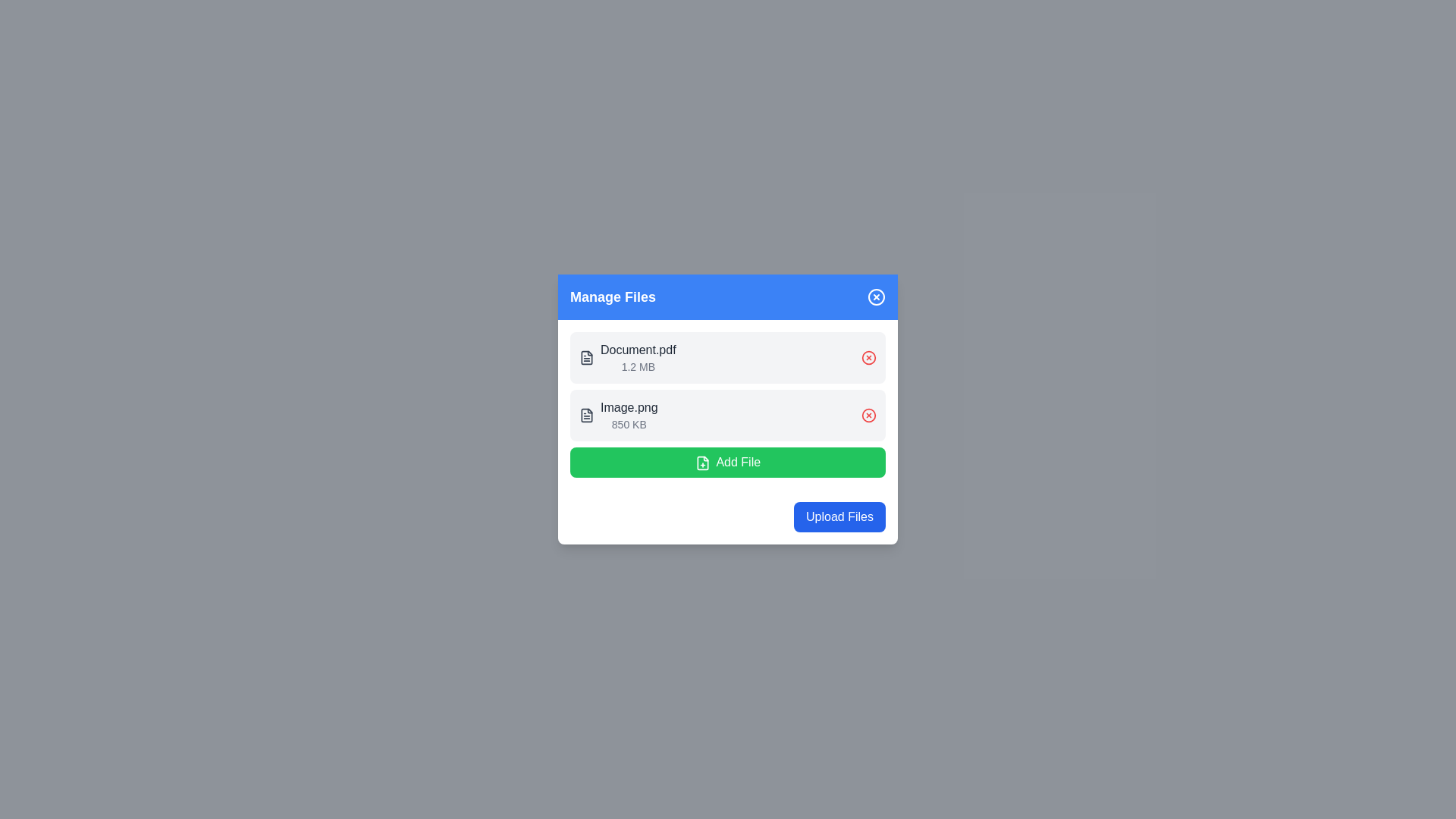  What do you see at coordinates (728, 409) in the screenshot?
I see `the File Item labeled 'Image.png'` at bounding box center [728, 409].